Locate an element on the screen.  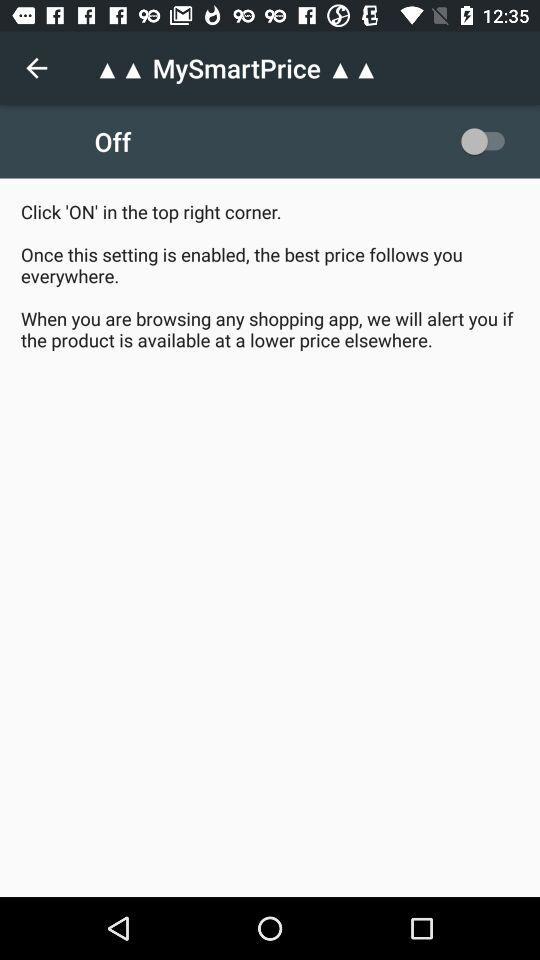
click on in item is located at coordinates (270, 275).